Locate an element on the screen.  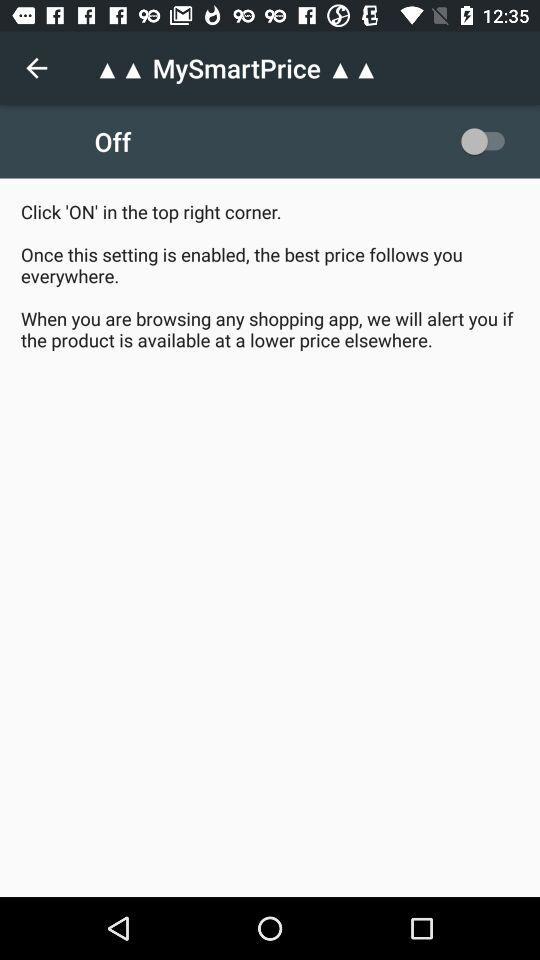
click on in item is located at coordinates (270, 275).